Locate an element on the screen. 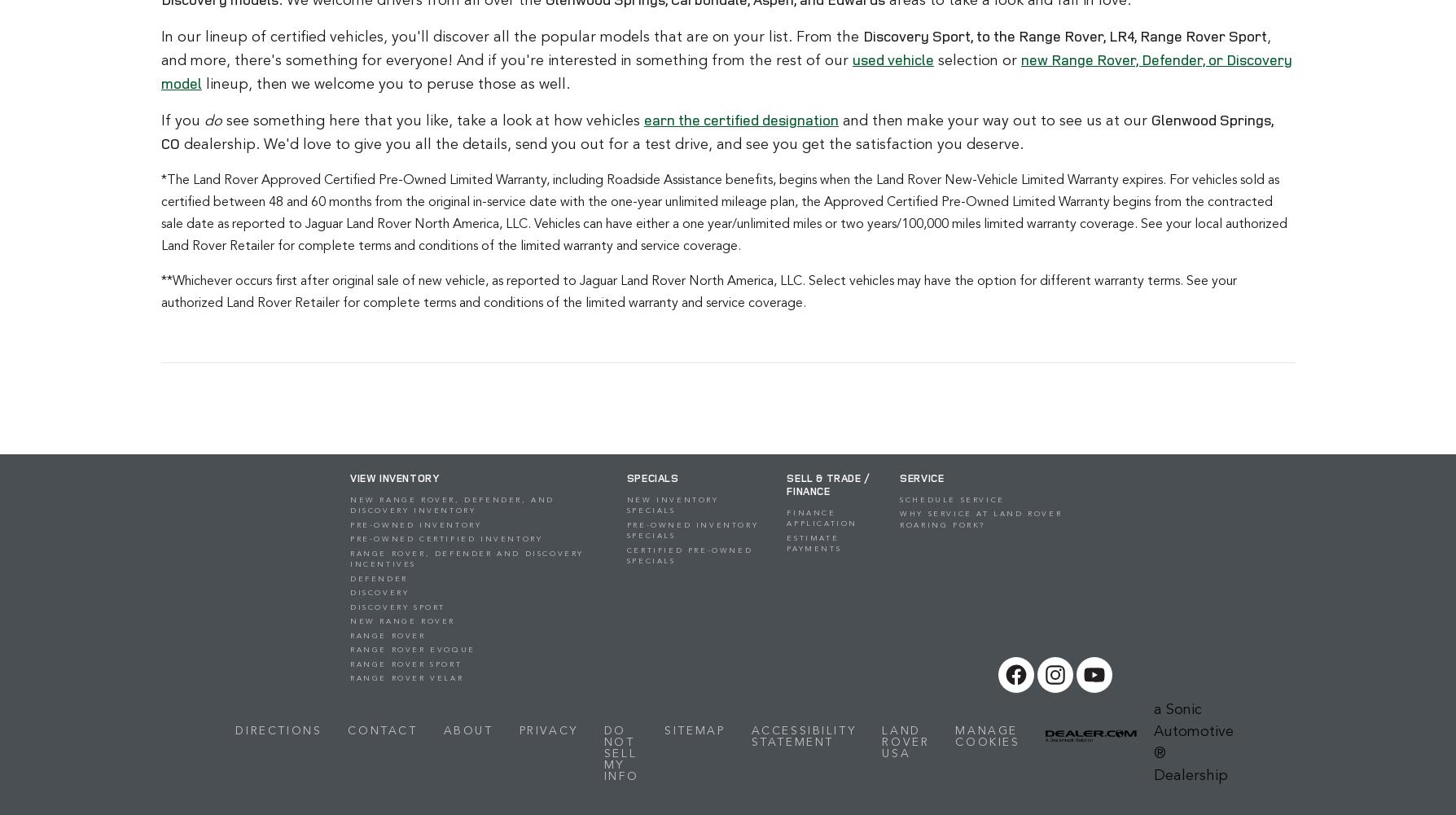 This screenshot has height=815, width=1456. 'lineup, then we welcome you to peruse those
as well.' is located at coordinates (385, 83).